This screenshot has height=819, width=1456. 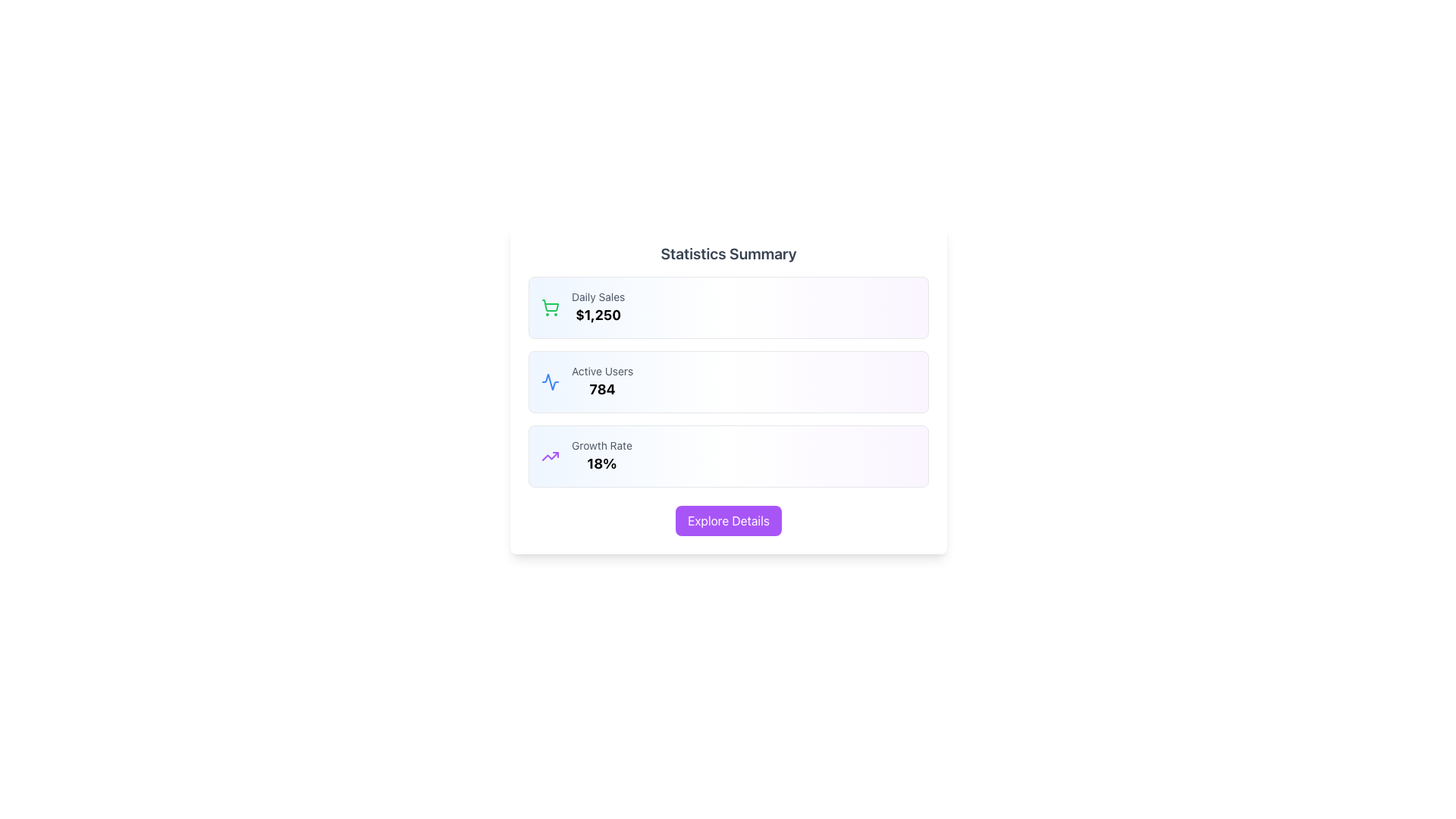 What do you see at coordinates (601, 455) in the screenshot?
I see `the text display element showing 'Growth Rate' with a value of '18%' which is the third card in a vertical list located in the lower section of the central area of the interface` at bounding box center [601, 455].